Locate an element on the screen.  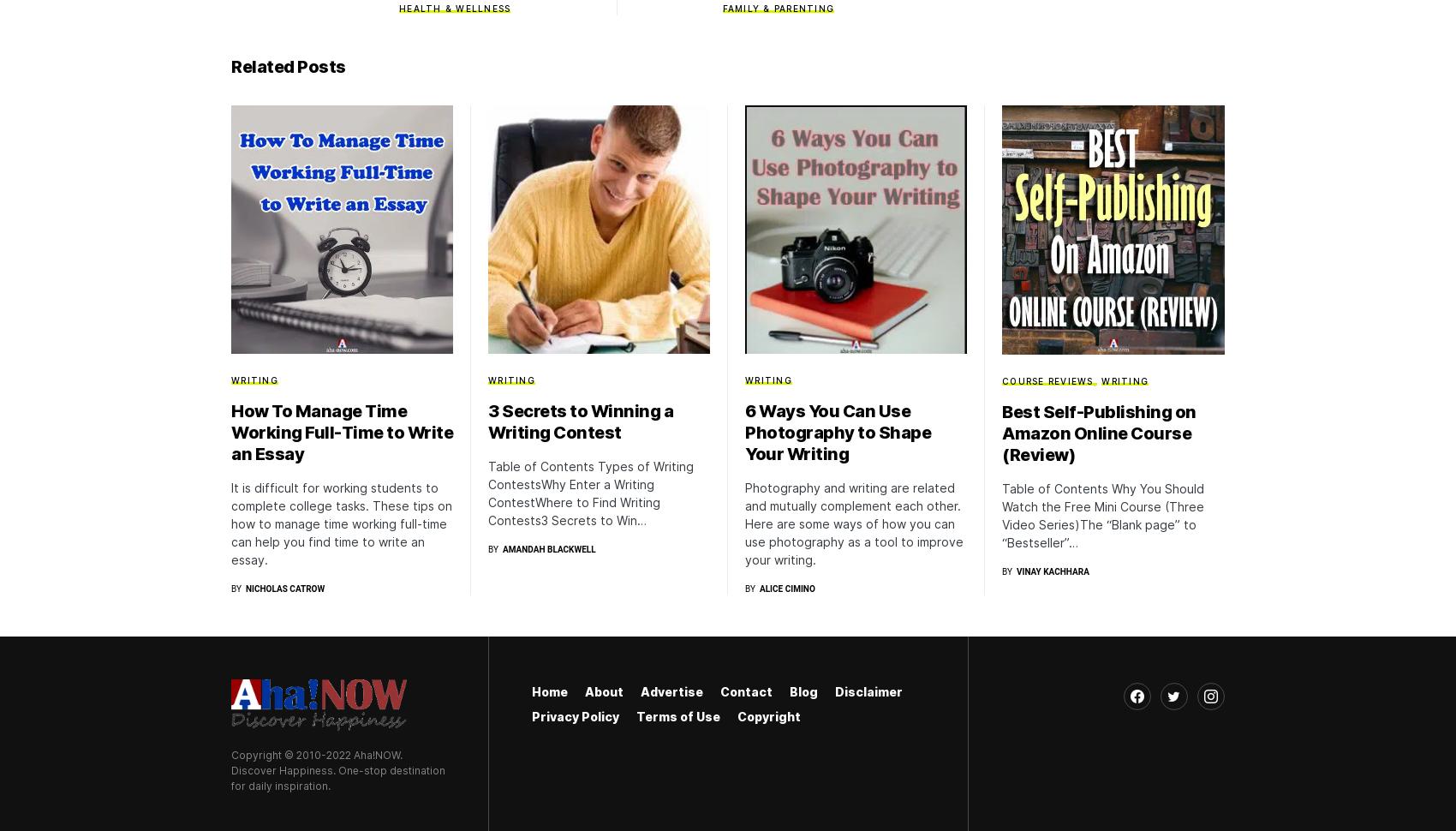
'Vinay Kachhara' is located at coordinates (1014, 570).